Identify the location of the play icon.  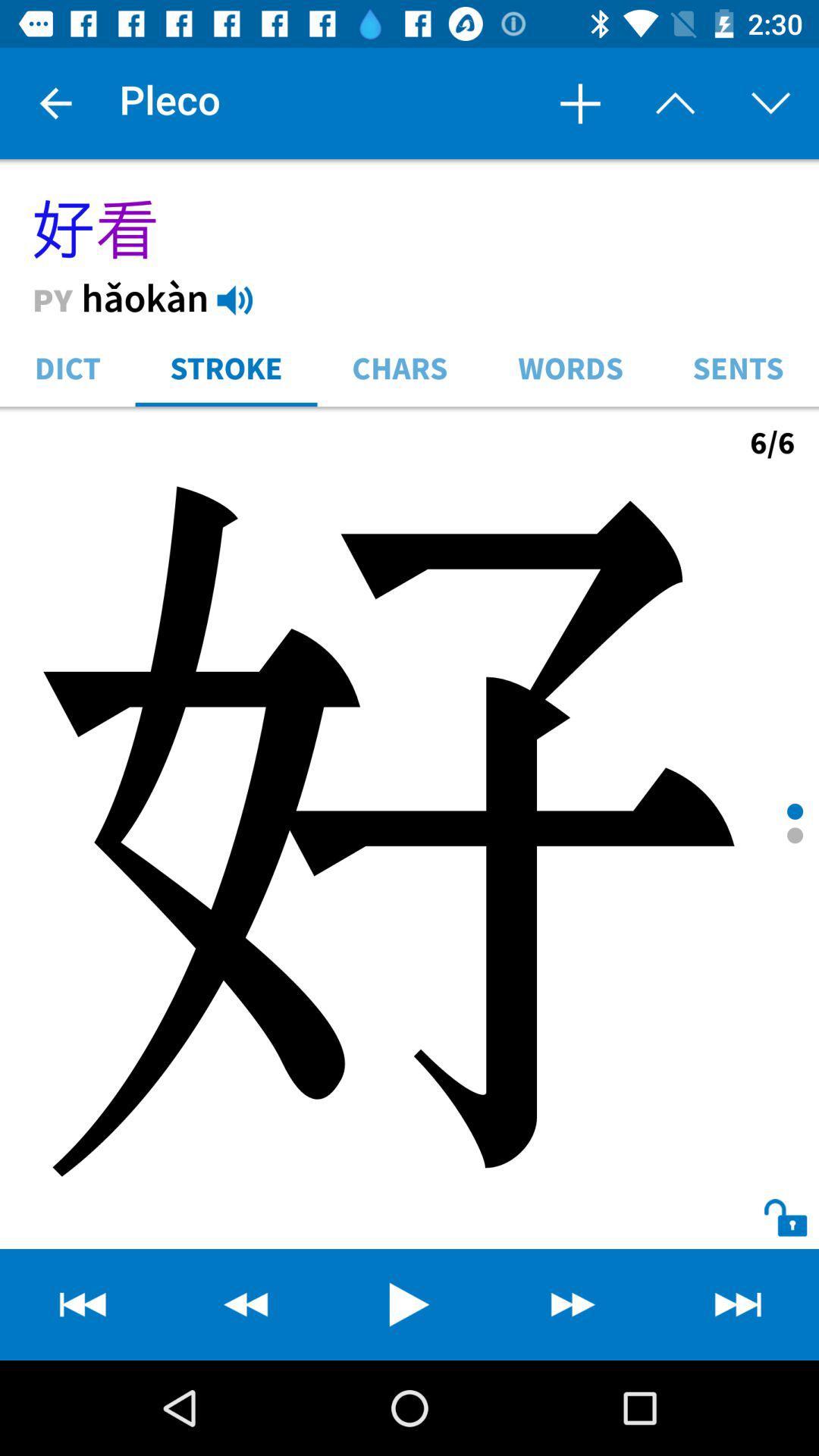
(409, 1304).